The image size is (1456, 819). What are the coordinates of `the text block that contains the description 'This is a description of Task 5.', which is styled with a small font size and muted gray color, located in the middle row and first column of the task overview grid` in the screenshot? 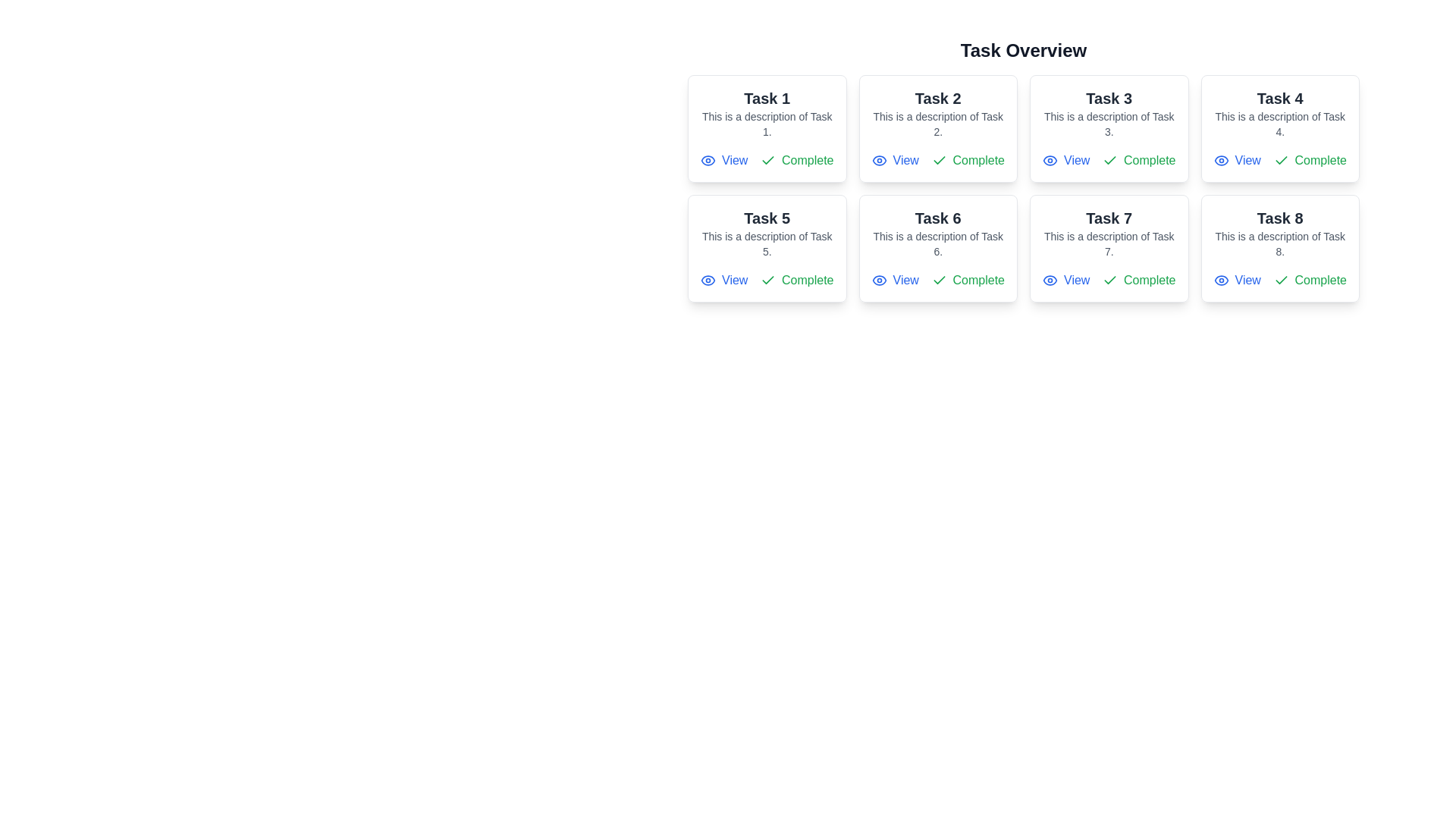 It's located at (767, 243).